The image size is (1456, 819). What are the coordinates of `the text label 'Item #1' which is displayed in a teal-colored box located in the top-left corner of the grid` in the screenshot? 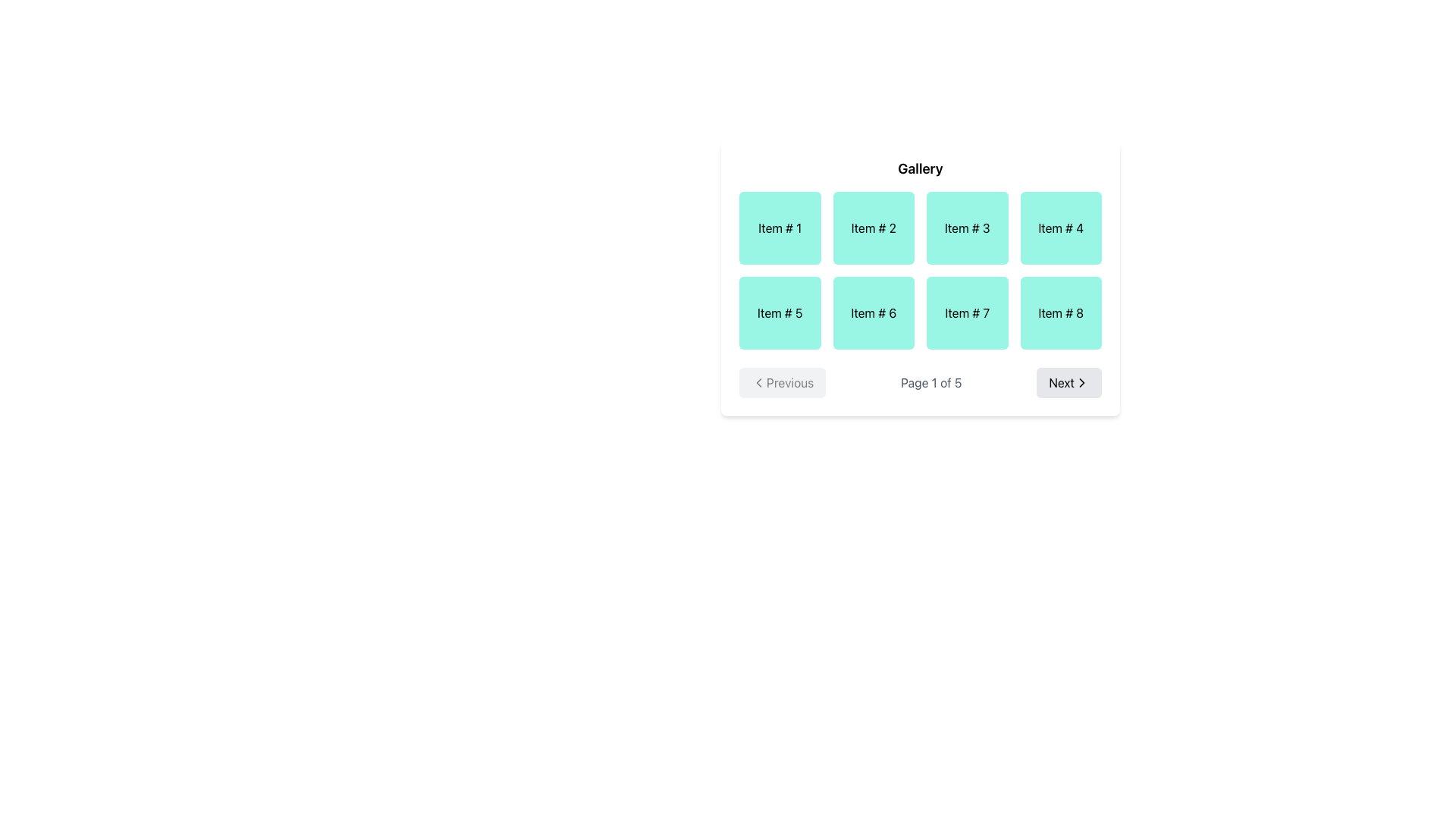 It's located at (780, 227).